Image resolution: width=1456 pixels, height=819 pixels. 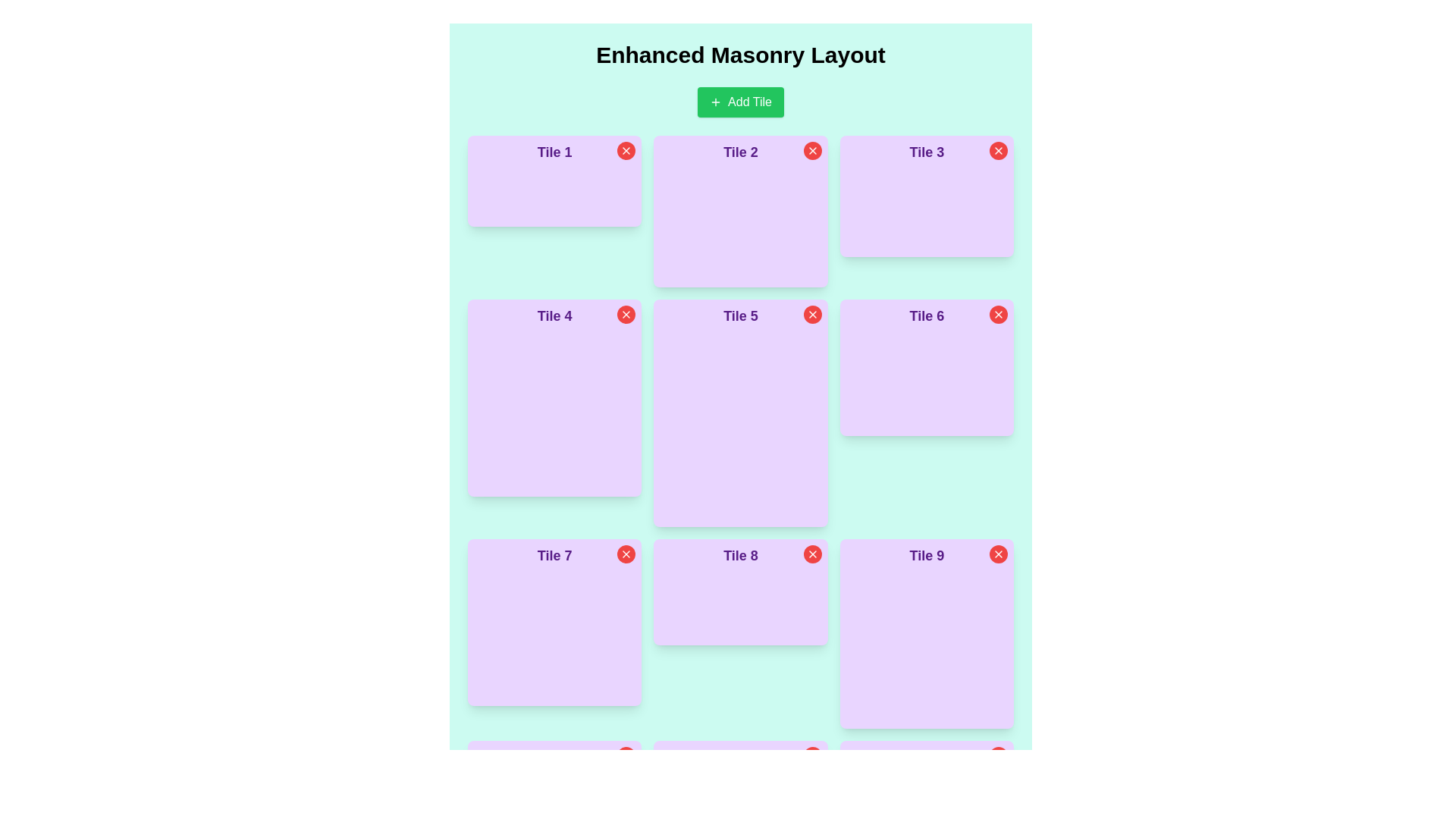 What do you see at coordinates (554, 180) in the screenshot?
I see `the tile labeled 'Tile 1'` at bounding box center [554, 180].